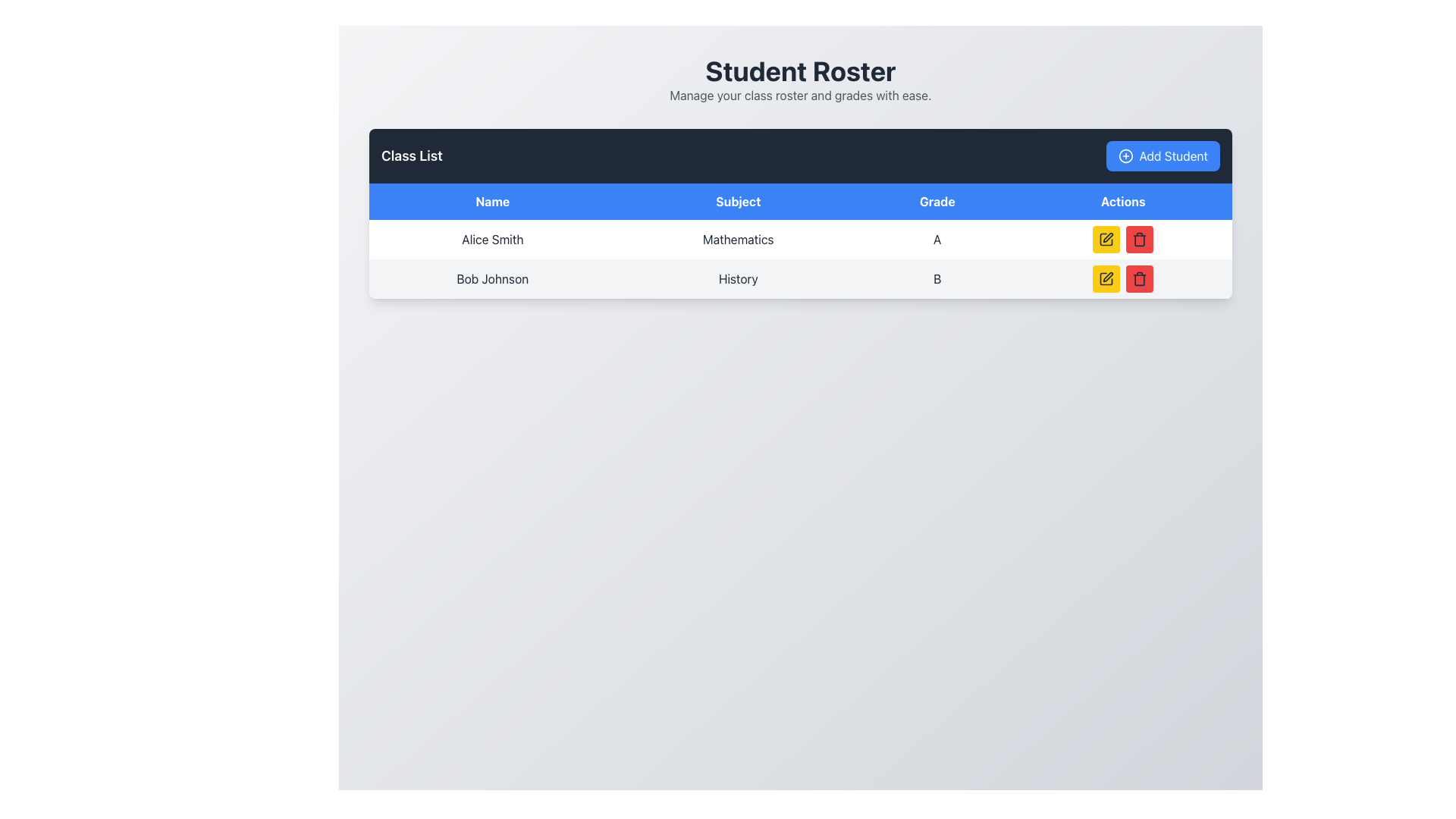 The image size is (1456, 819). What do you see at coordinates (937, 239) in the screenshot?
I see `the static text label indicating the grade achieved by Alice Smith in the Grade column of the table` at bounding box center [937, 239].